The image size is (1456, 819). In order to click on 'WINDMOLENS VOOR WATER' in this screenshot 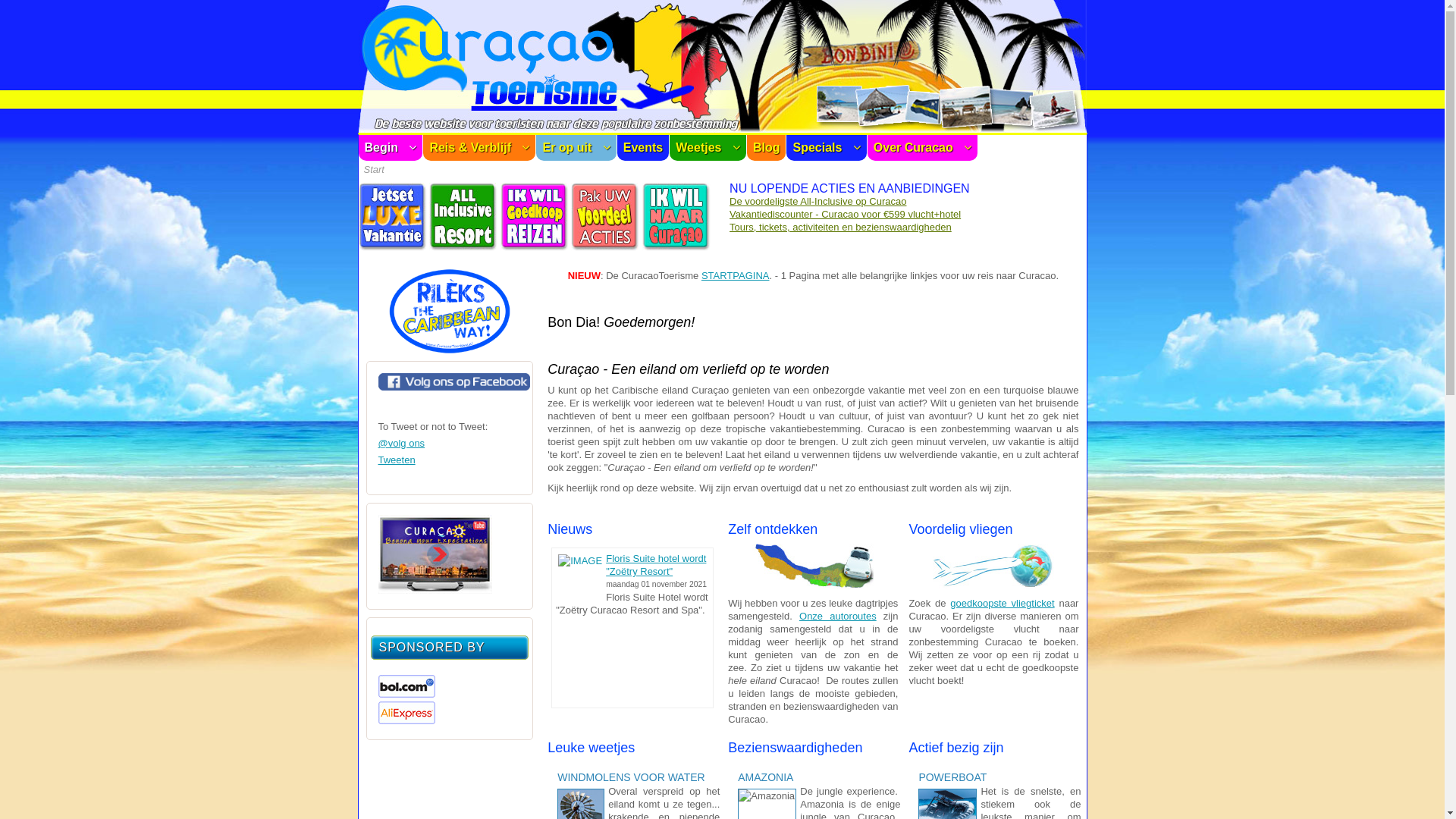, I will do `click(633, 777)`.